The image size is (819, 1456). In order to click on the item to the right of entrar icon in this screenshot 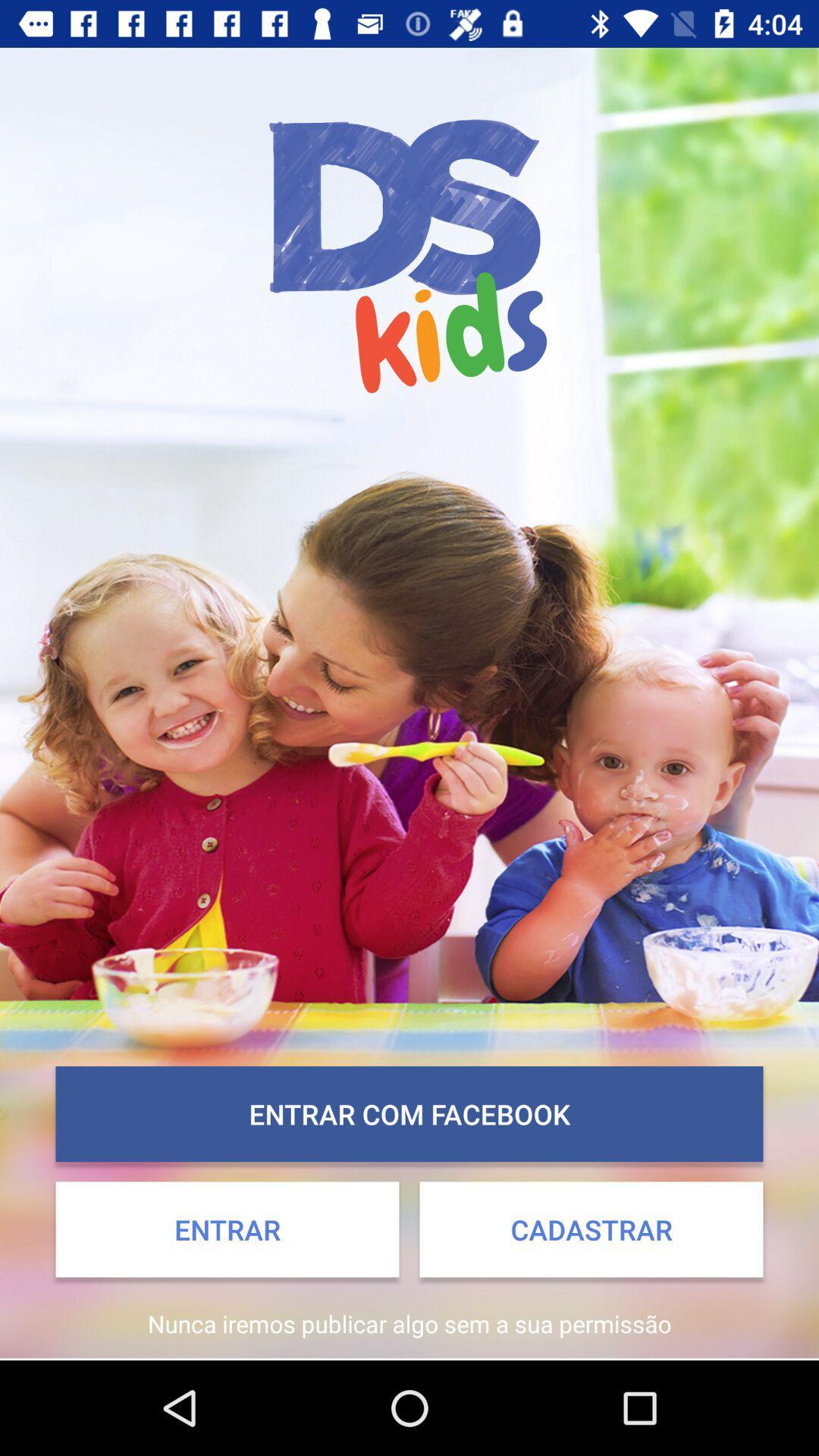, I will do `click(590, 1229)`.